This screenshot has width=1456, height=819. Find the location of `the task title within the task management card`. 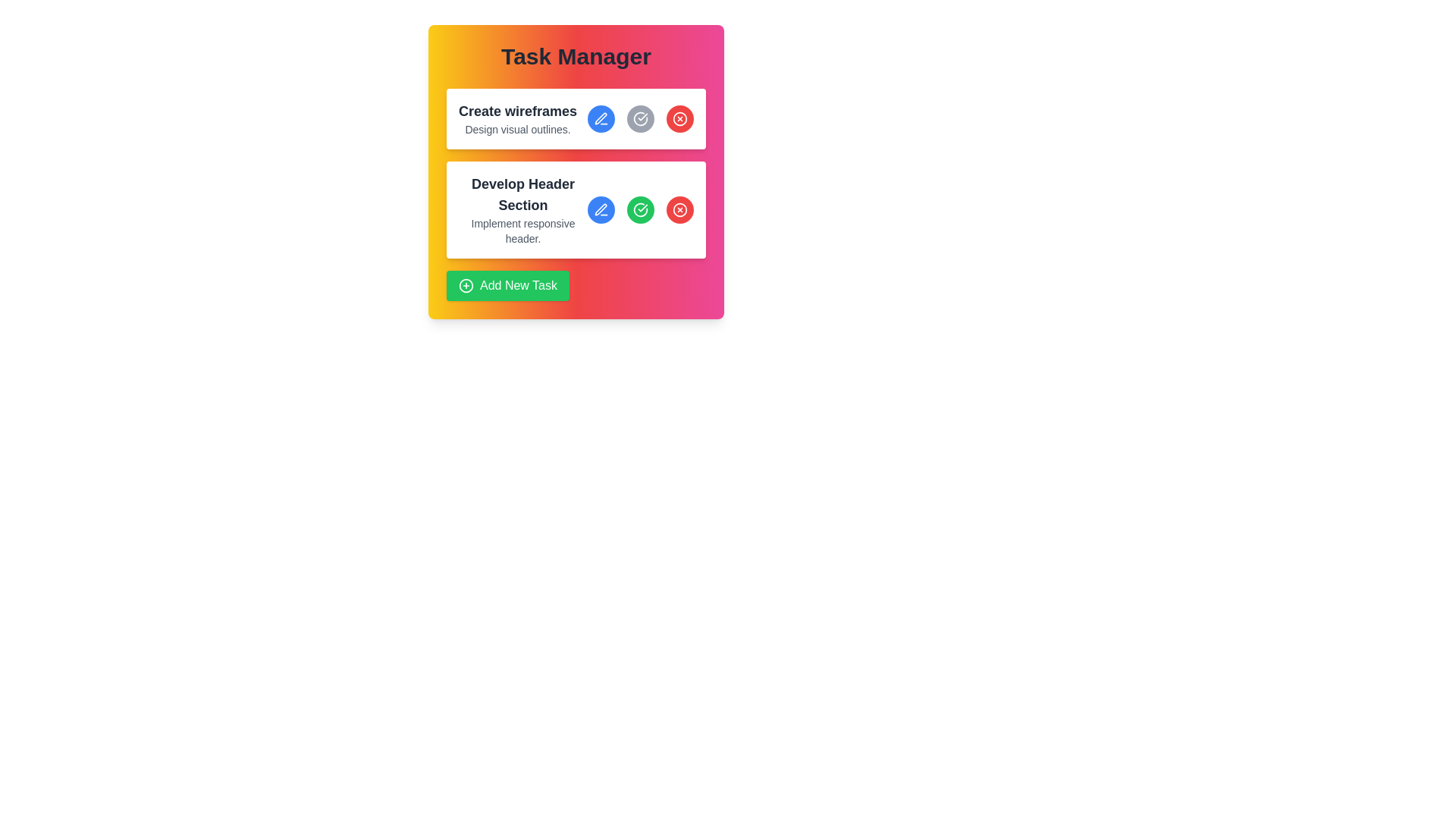

the task title within the task management card is located at coordinates (575, 171).